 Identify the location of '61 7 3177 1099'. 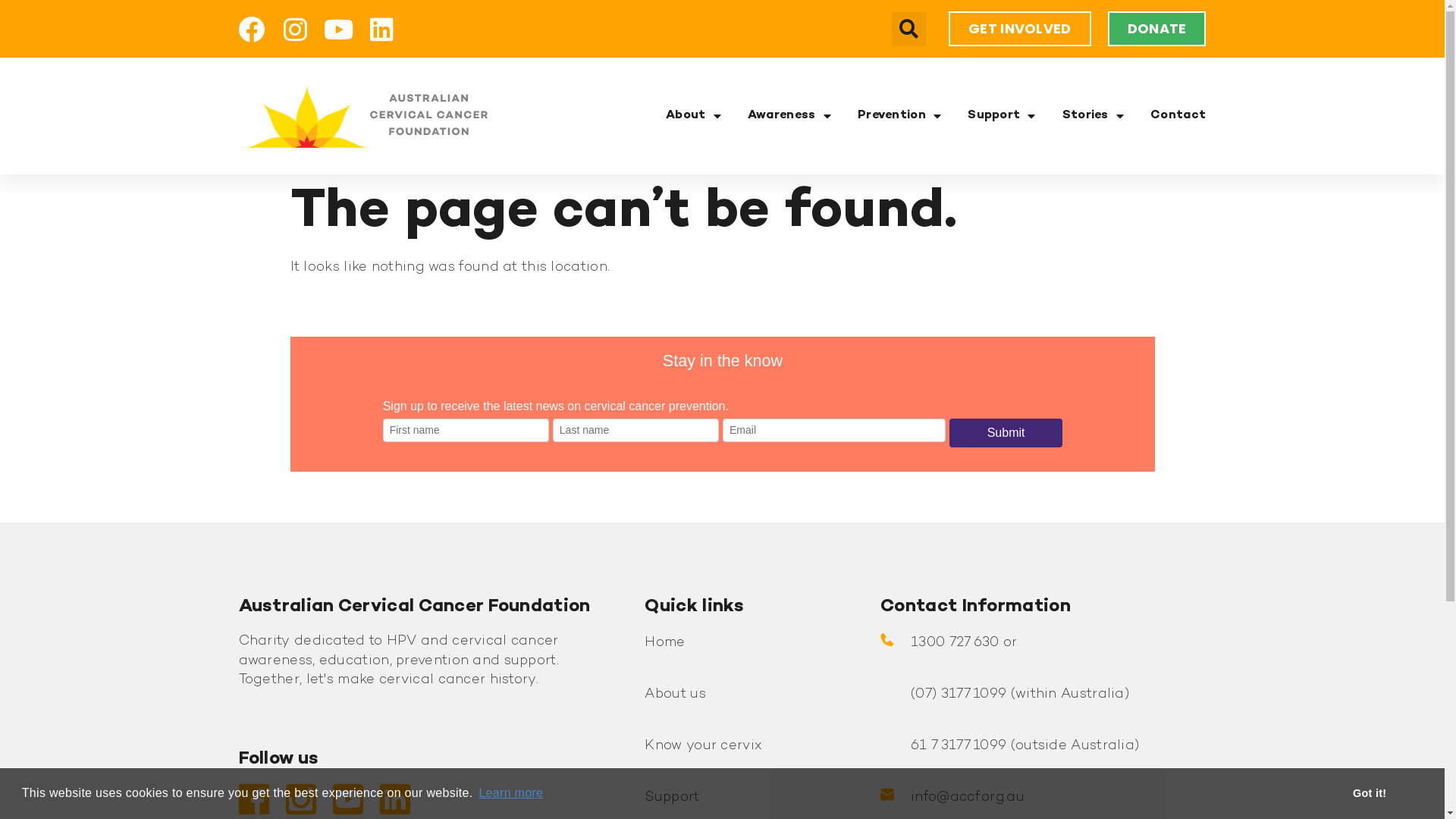
(910, 745).